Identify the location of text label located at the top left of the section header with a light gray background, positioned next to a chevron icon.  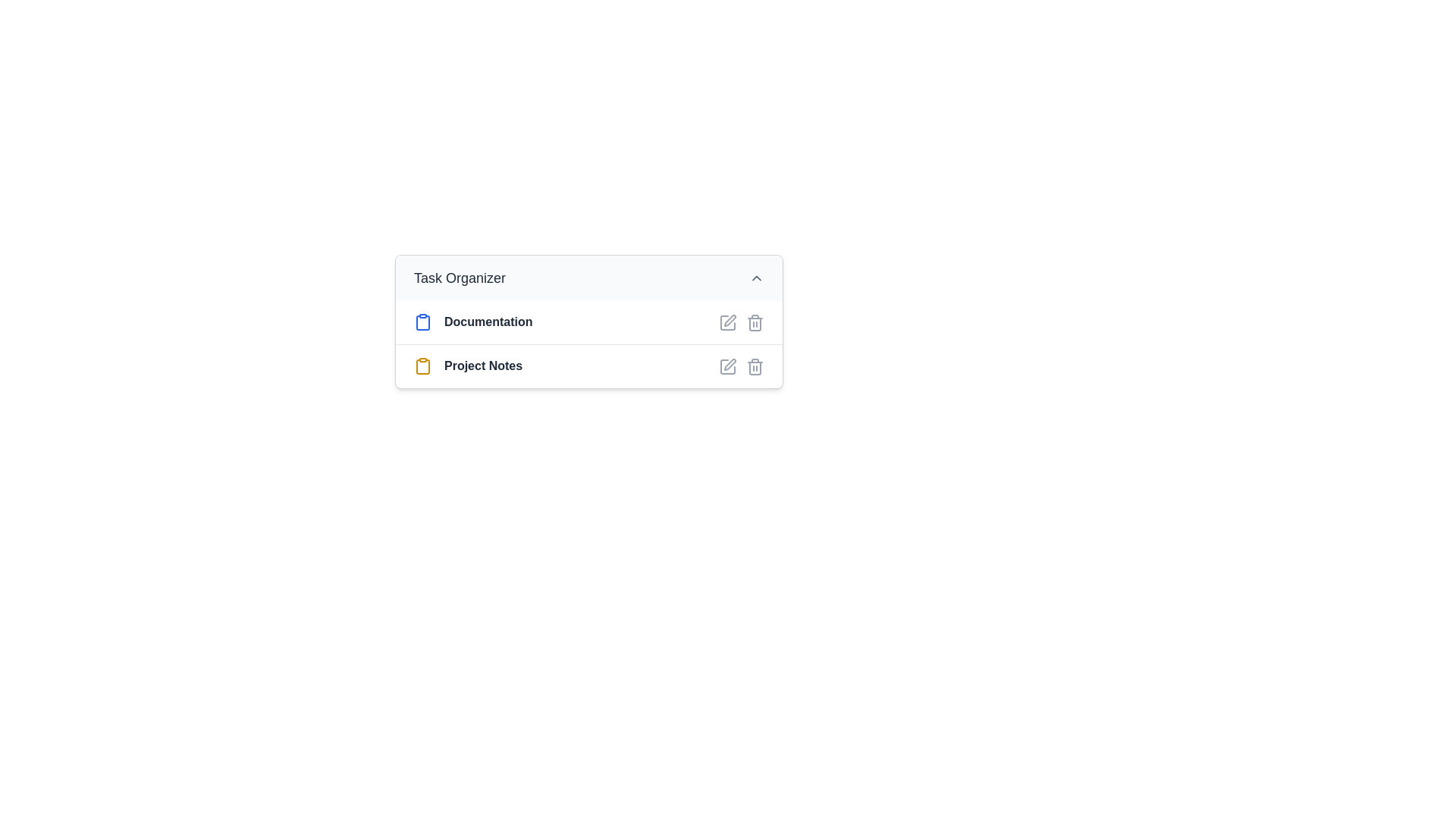
(459, 278).